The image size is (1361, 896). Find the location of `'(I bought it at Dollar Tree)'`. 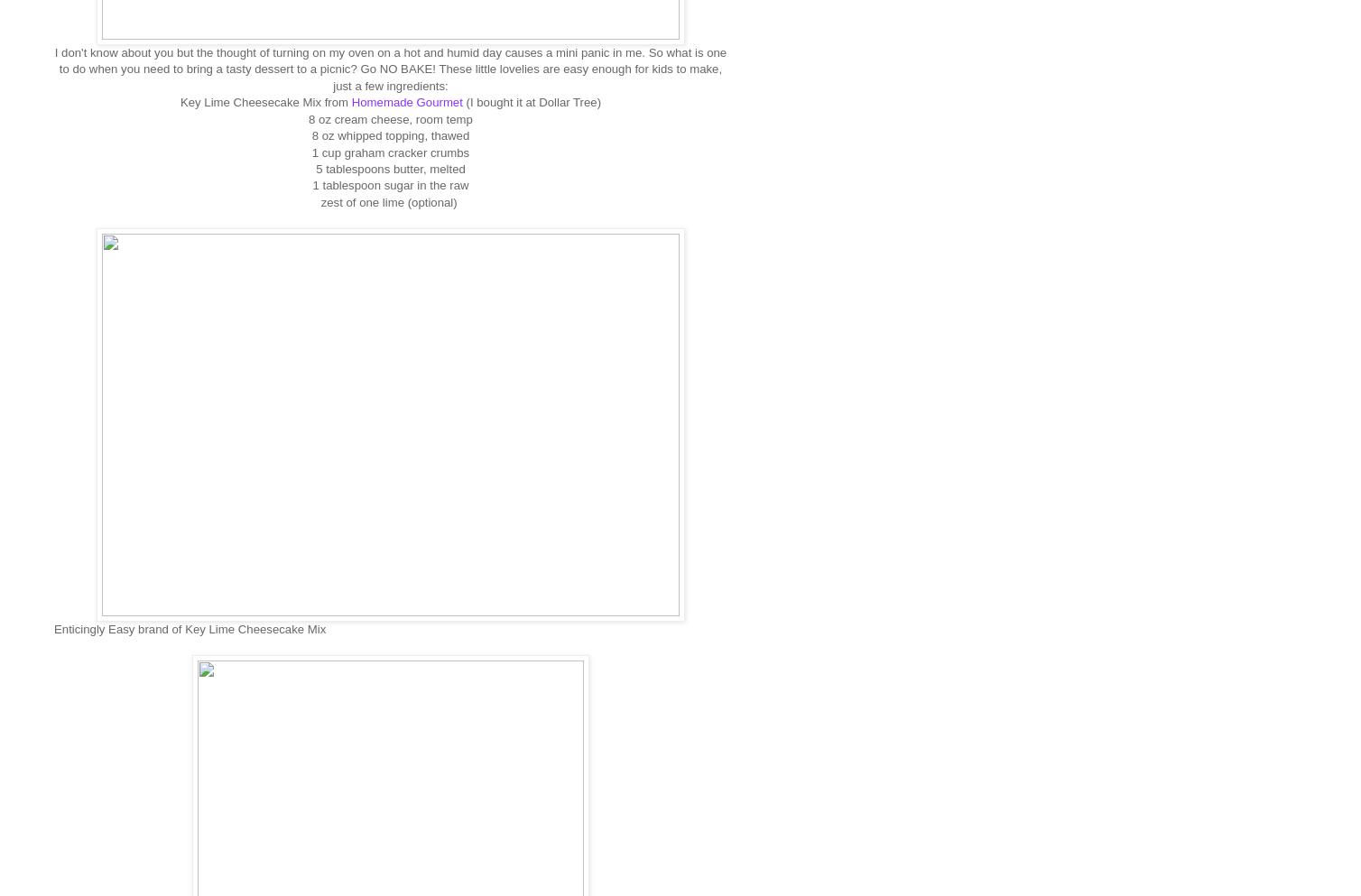

'(I bought it at Dollar Tree)' is located at coordinates (531, 101).